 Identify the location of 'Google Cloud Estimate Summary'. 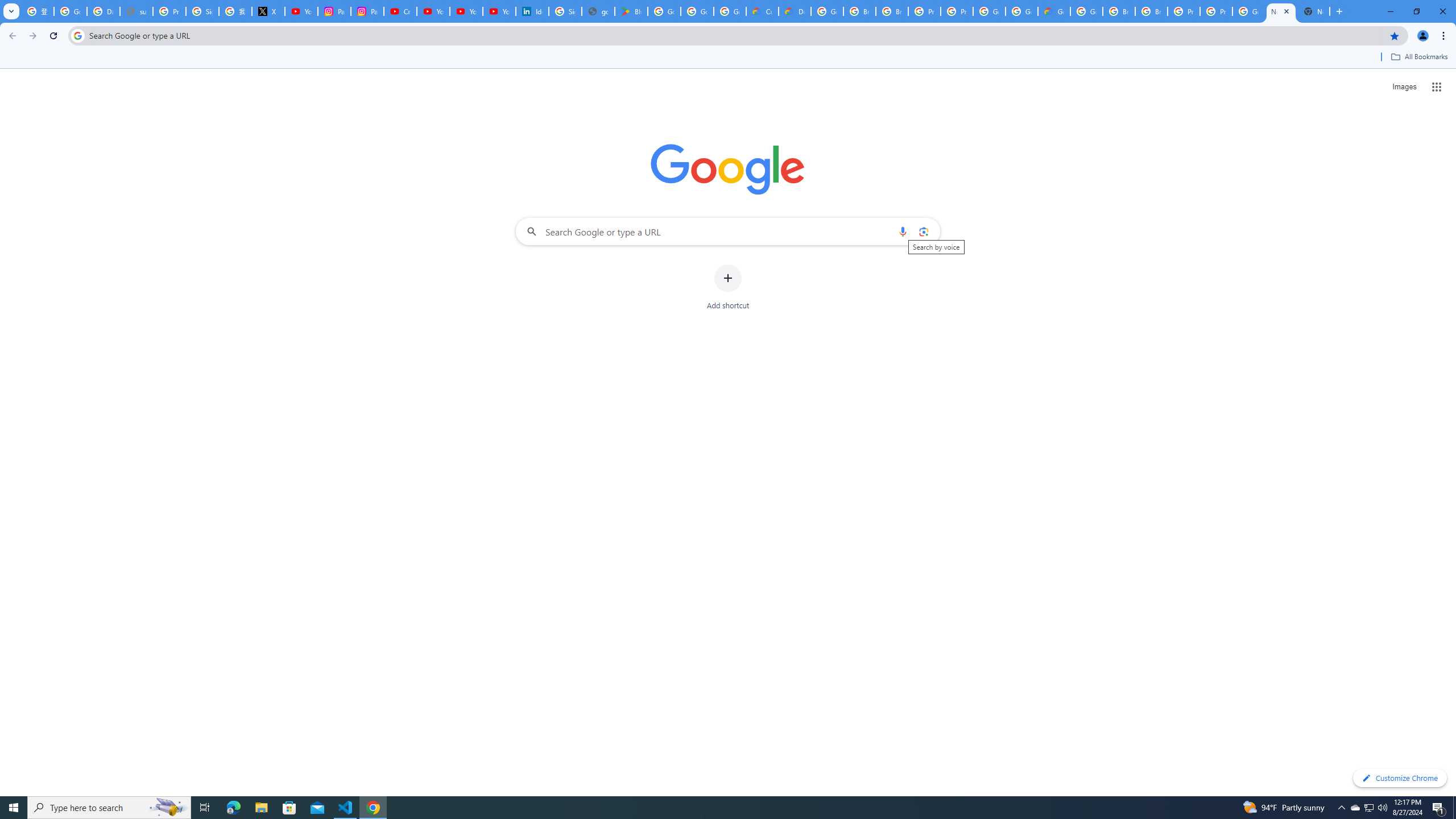
(1053, 11).